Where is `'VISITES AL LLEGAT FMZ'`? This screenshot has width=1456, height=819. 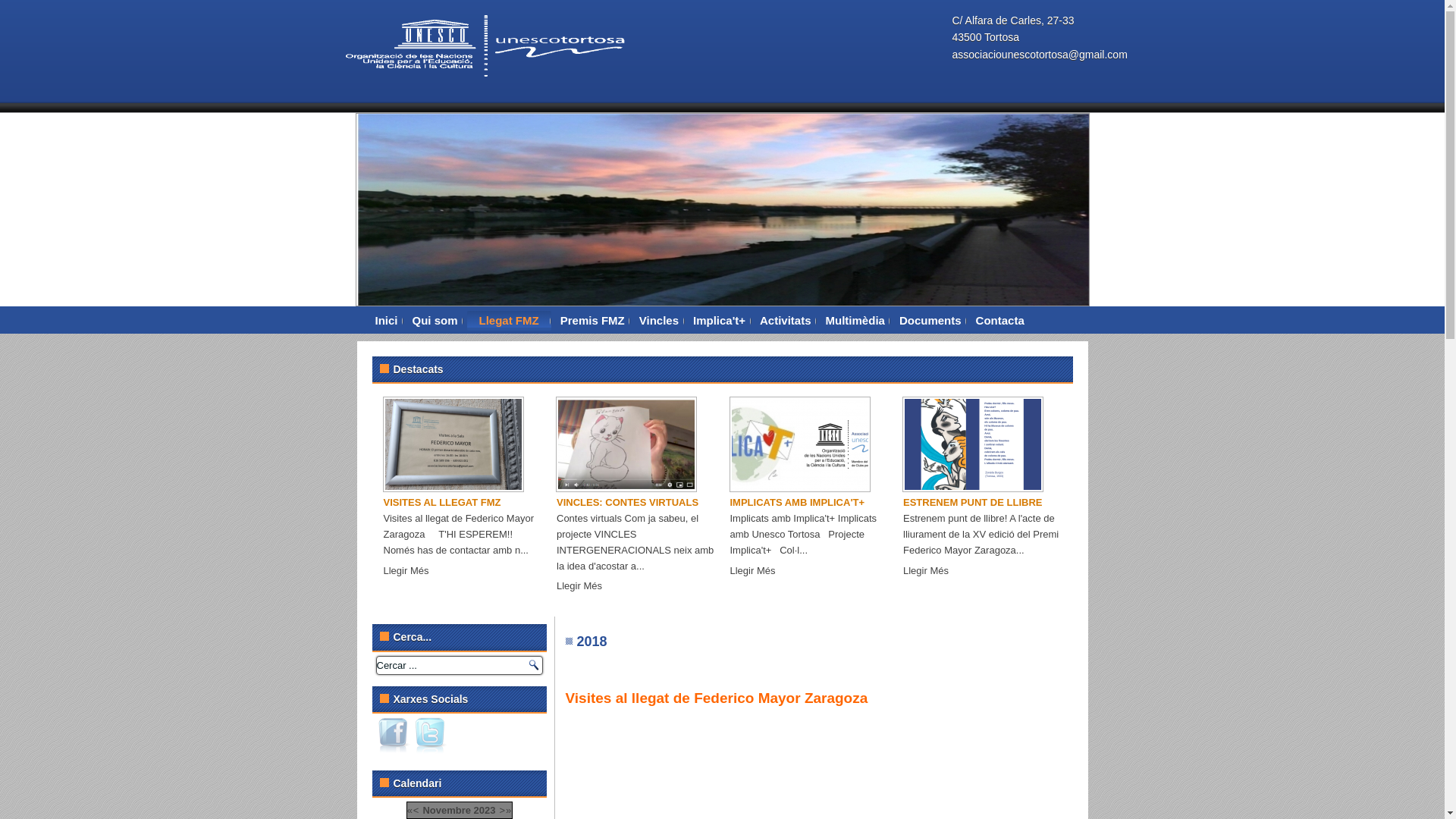
'VISITES AL LLEGAT FMZ' is located at coordinates (441, 503).